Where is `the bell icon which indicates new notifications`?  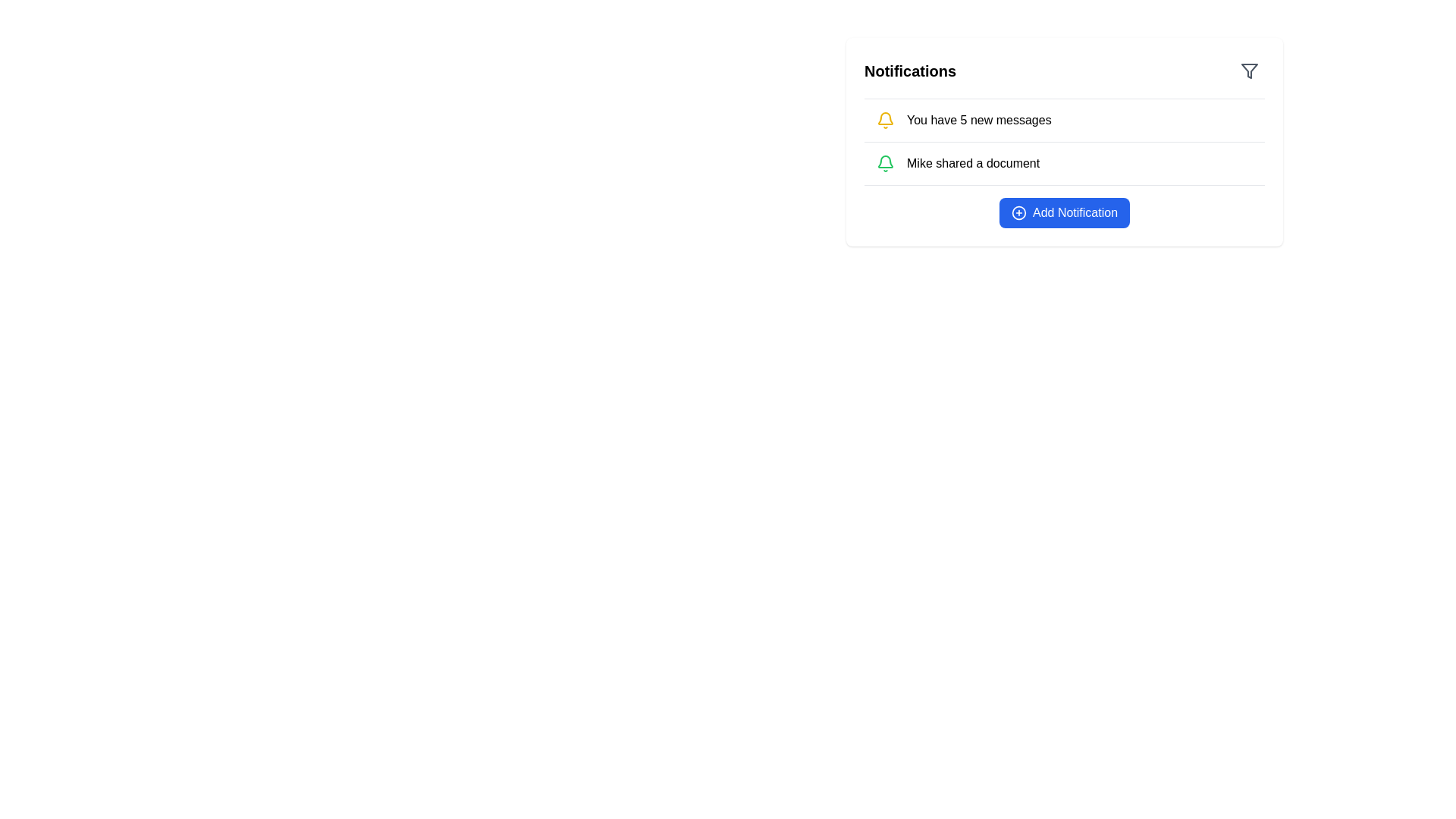 the bell icon which indicates new notifications is located at coordinates (885, 119).